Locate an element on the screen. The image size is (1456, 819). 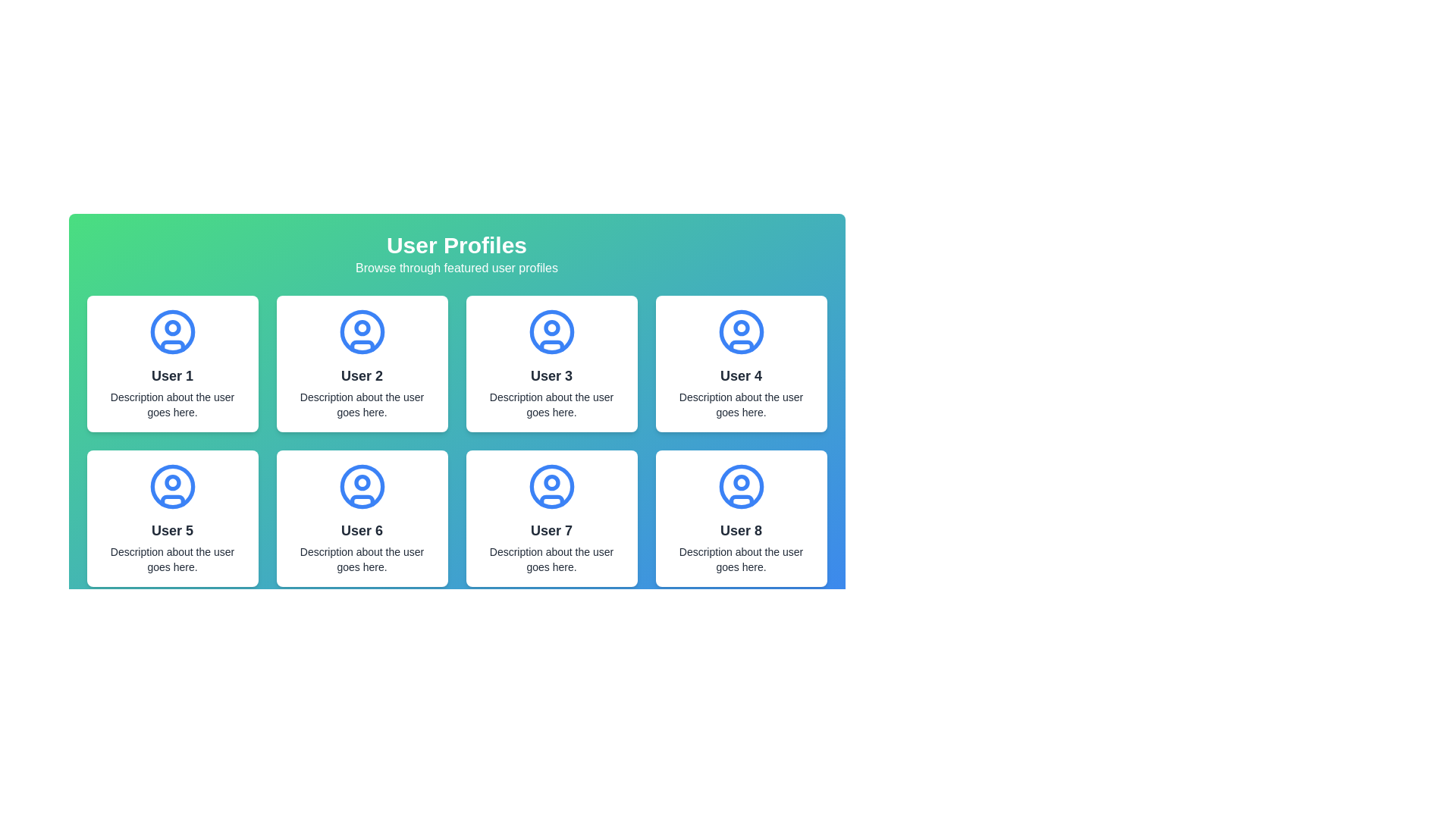
text content of the description paragraph styled in sans-serif font that says 'Description about the user goes here.' located below the title 'User 1' in the top-left card layout is located at coordinates (172, 403).